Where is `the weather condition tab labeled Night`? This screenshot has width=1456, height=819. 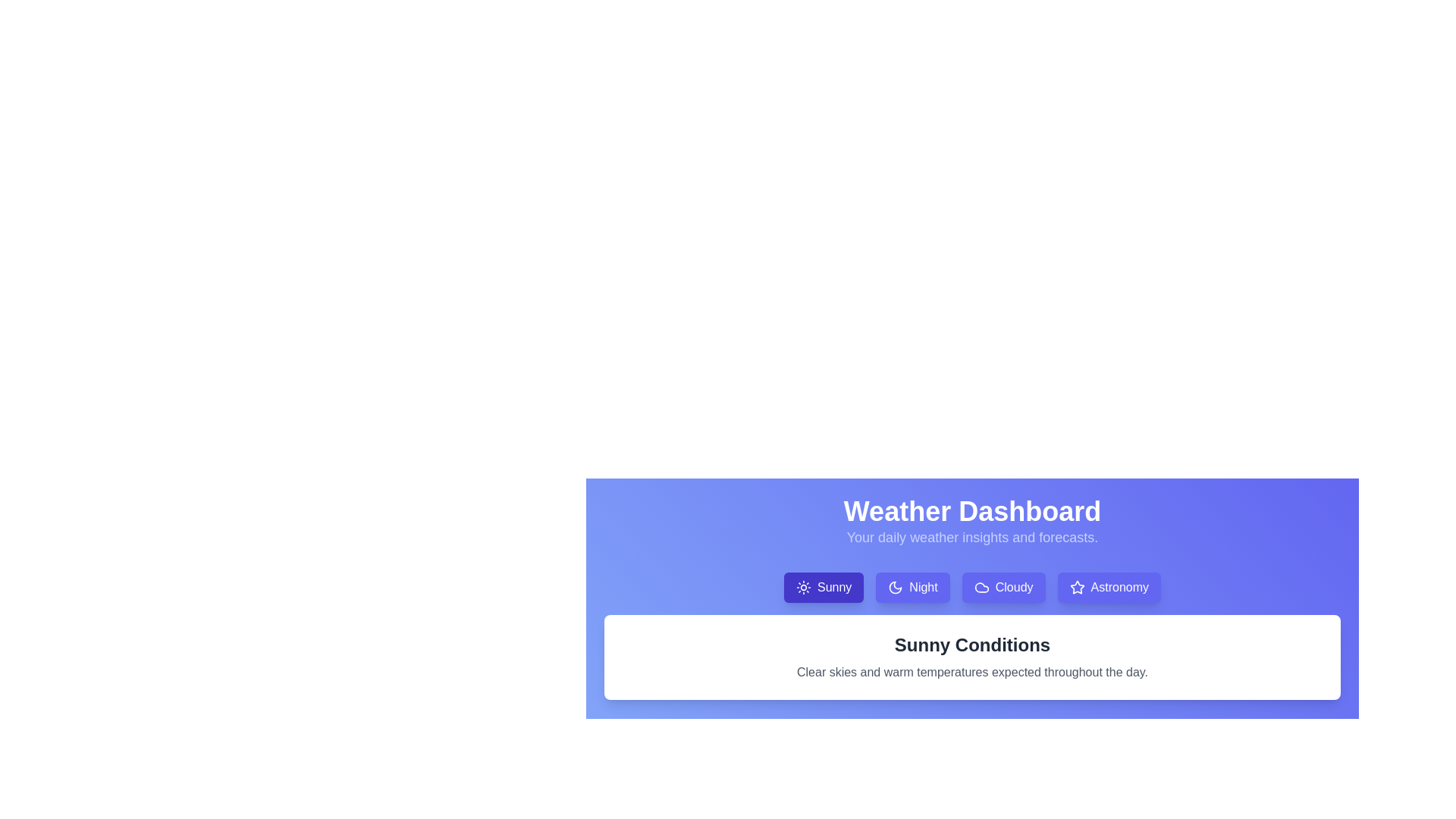 the weather condition tab labeled Night is located at coordinates (912, 587).